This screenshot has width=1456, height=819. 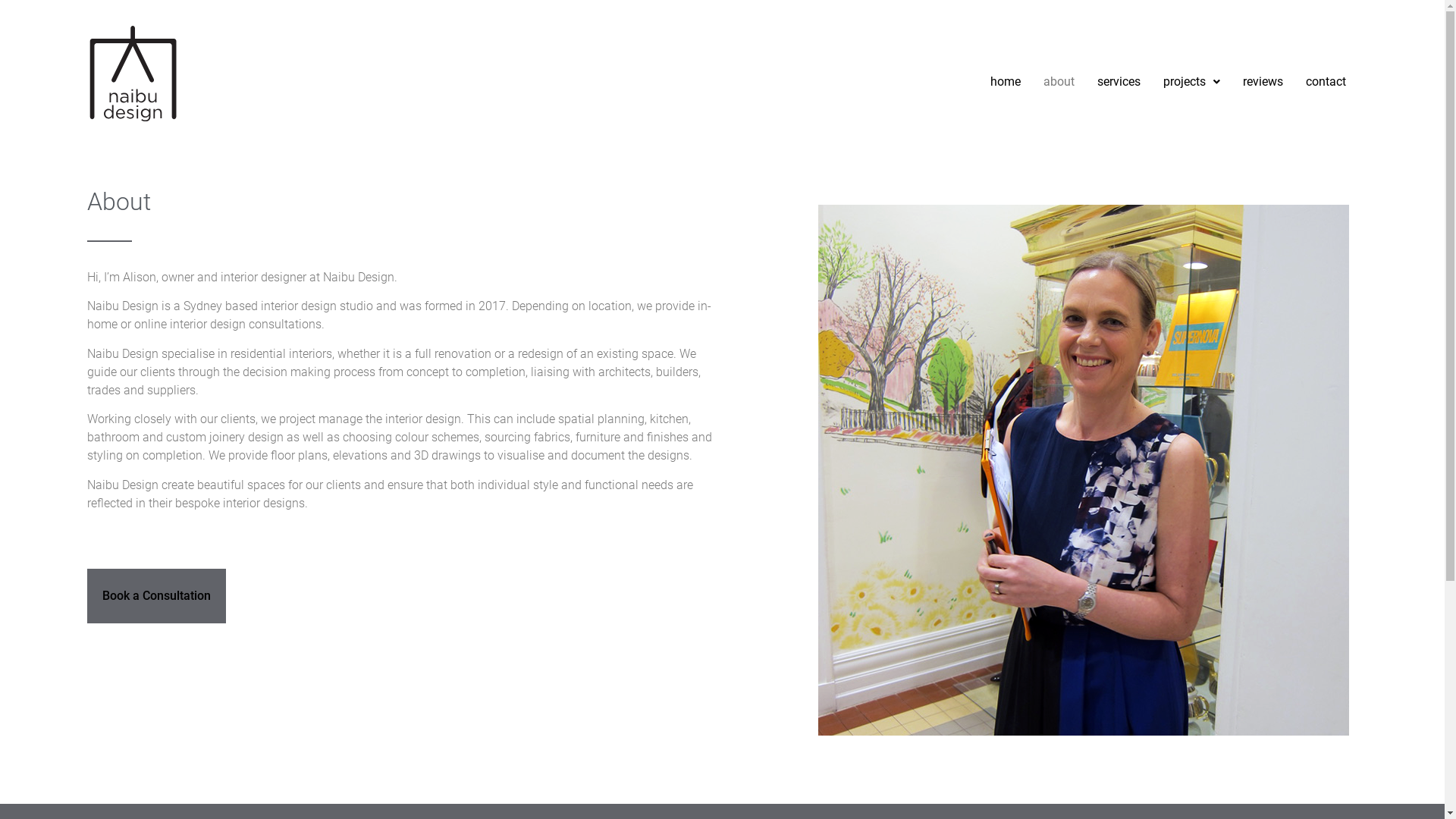 What do you see at coordinates (1263, 82) in the screenshot?
I see `'reviews'` at bounding box center [1263, 82].